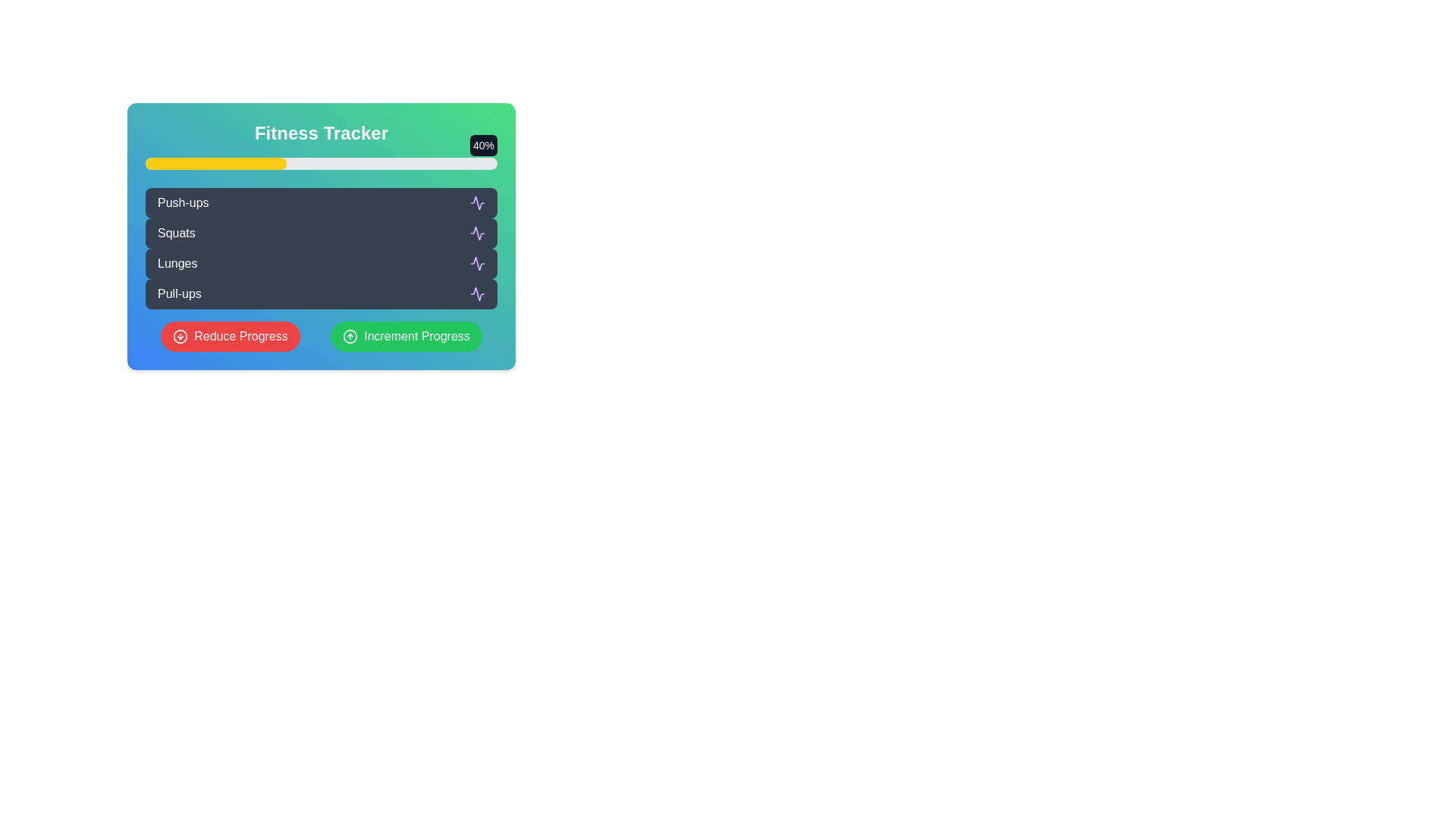 This screenshot has width=1456, height=819. I want to click on the red circular button labeled 'Reduce Progress', so click(229, 335).